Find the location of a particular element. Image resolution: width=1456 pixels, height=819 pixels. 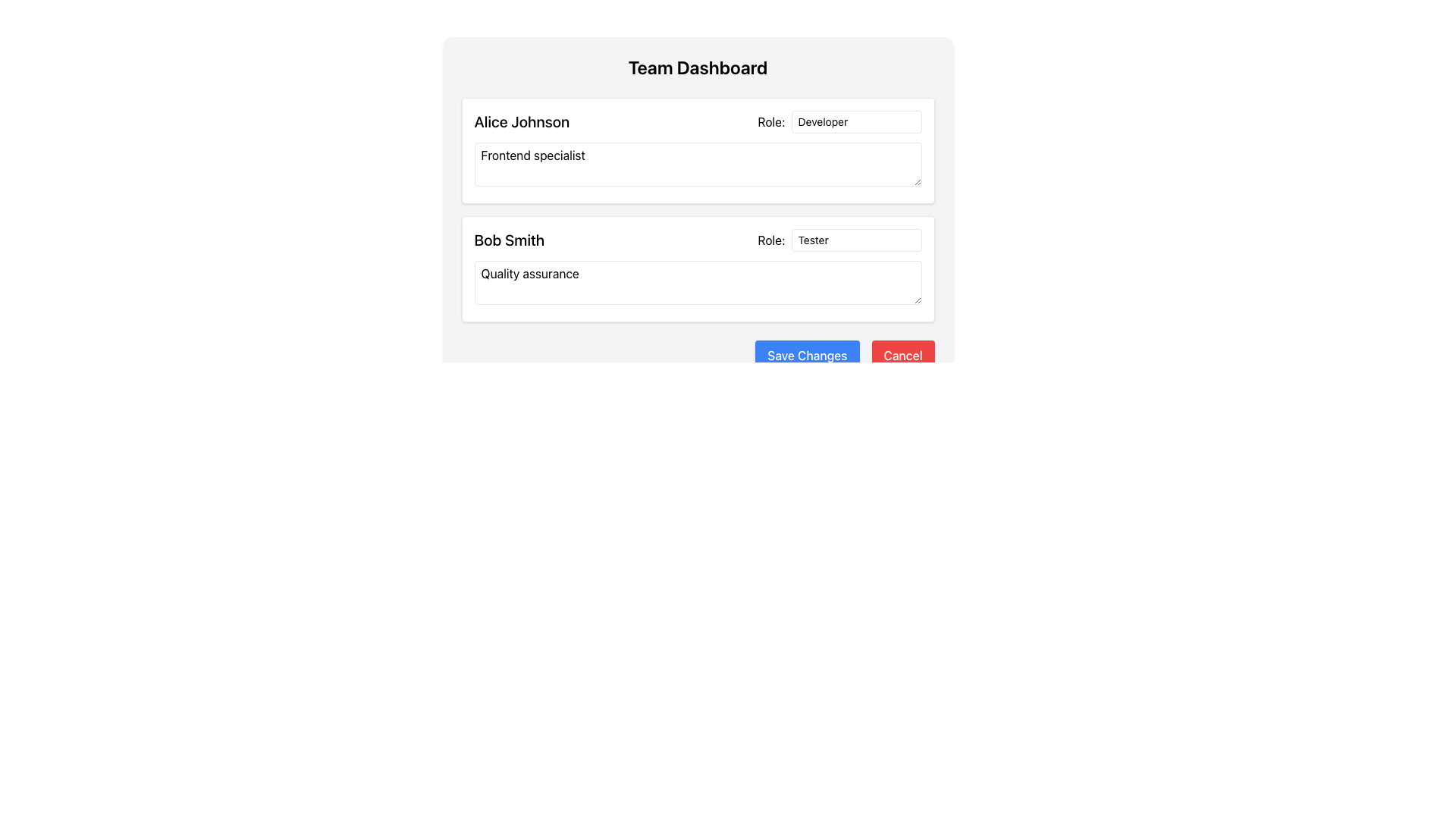

the Text Label displaying the name of a team member in the dashboard, which is positioned to the left of the 'Role:' text and input elements is located at coordinates (509, 239).